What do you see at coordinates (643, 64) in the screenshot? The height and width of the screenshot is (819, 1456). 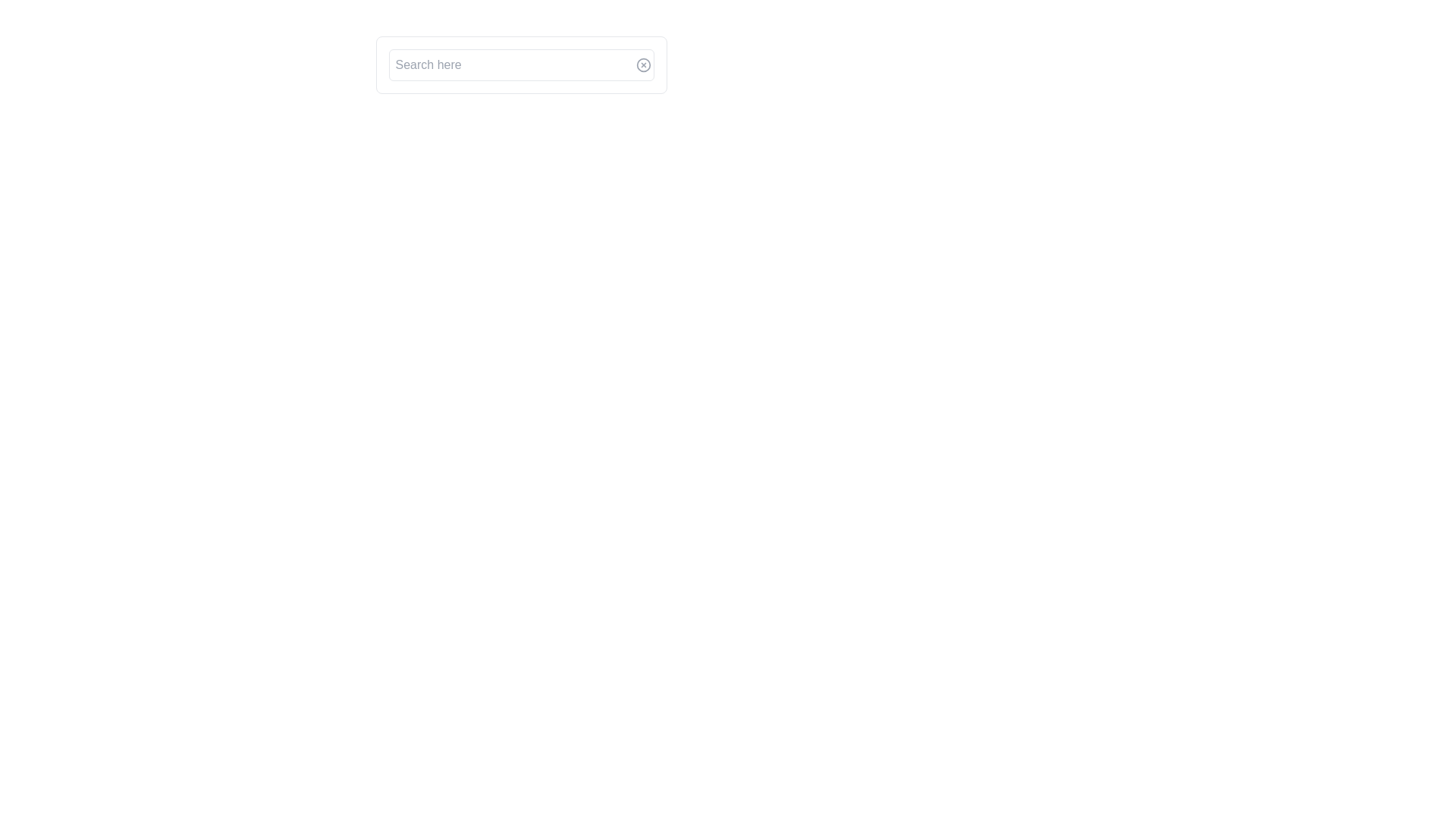 I see `the circular part of the closure or deletion icon located at the far right end of the search bar` at bounding box center [643, 64].